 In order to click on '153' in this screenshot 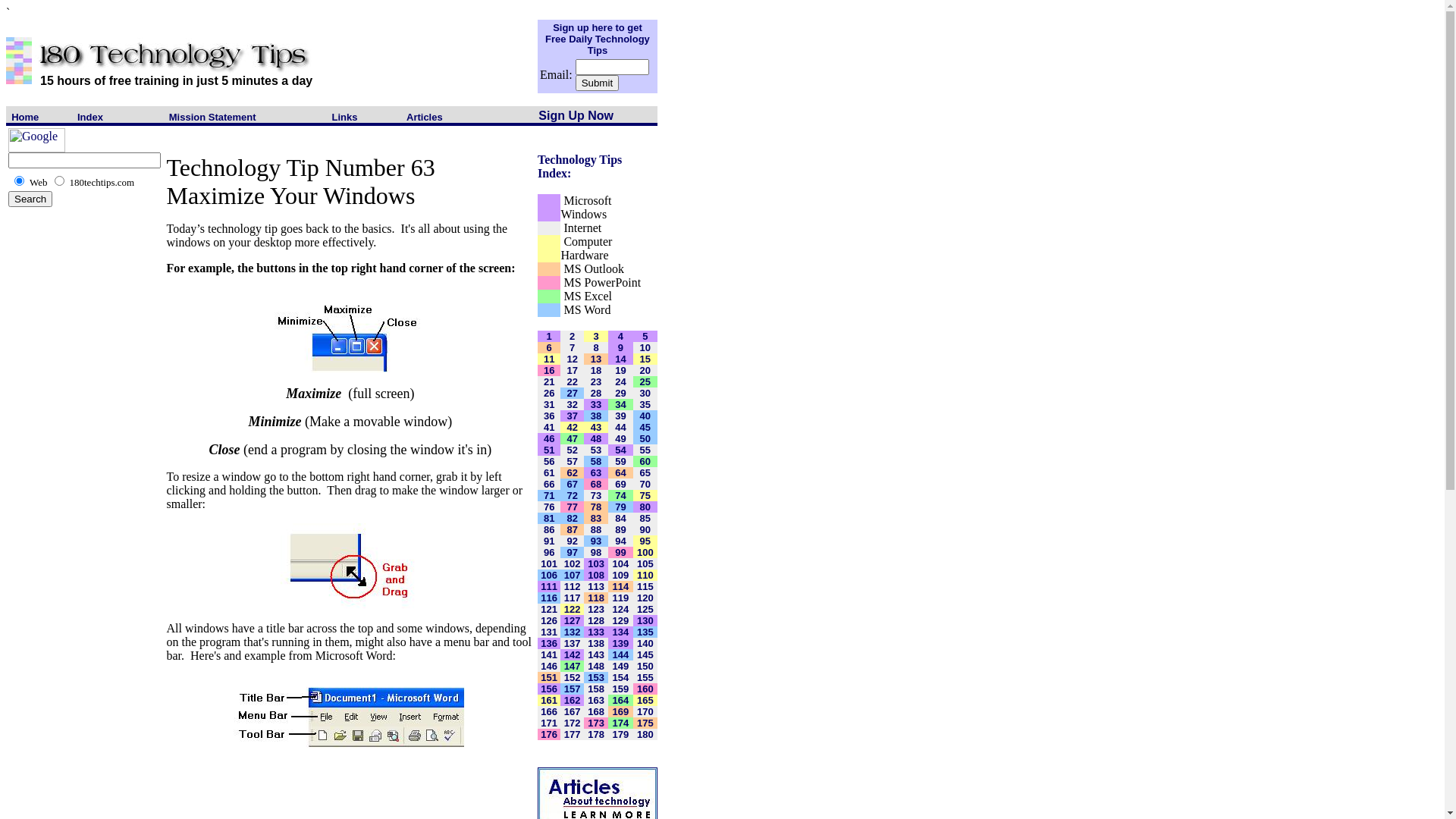, I will do `click(586, 676)`.